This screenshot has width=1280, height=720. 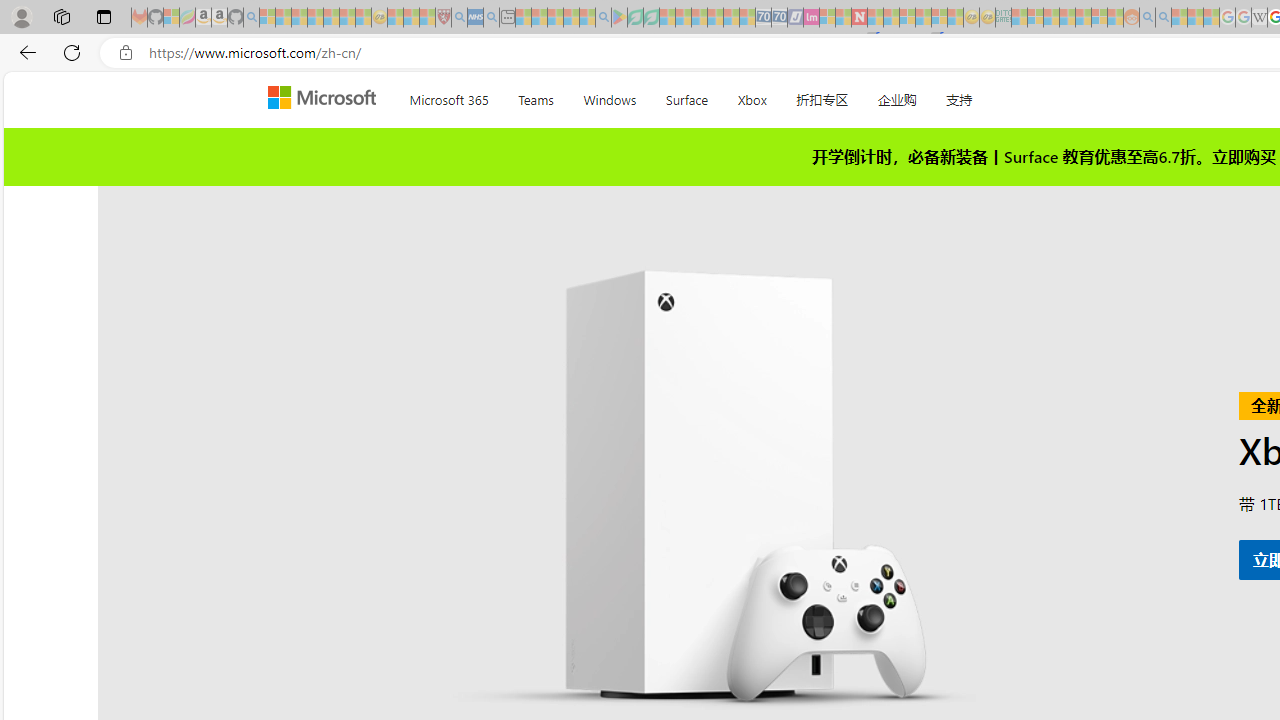 What do you see at coordinates (751, 96) in the screenshot?
I see `'Xbox'` at bounding box center [751, 96].